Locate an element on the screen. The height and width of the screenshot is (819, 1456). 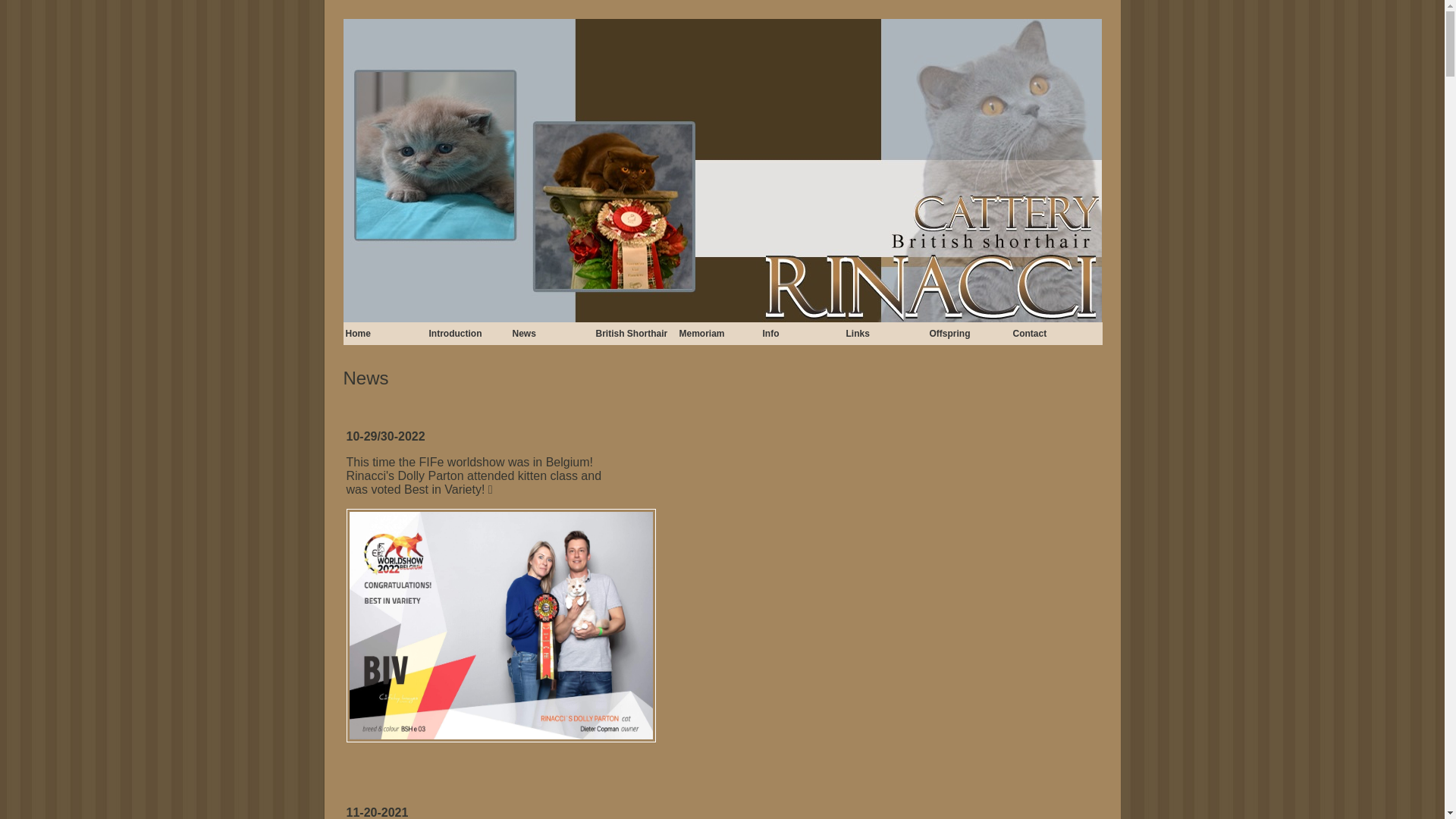
'Introduction' is located at coordinates (468, 332).